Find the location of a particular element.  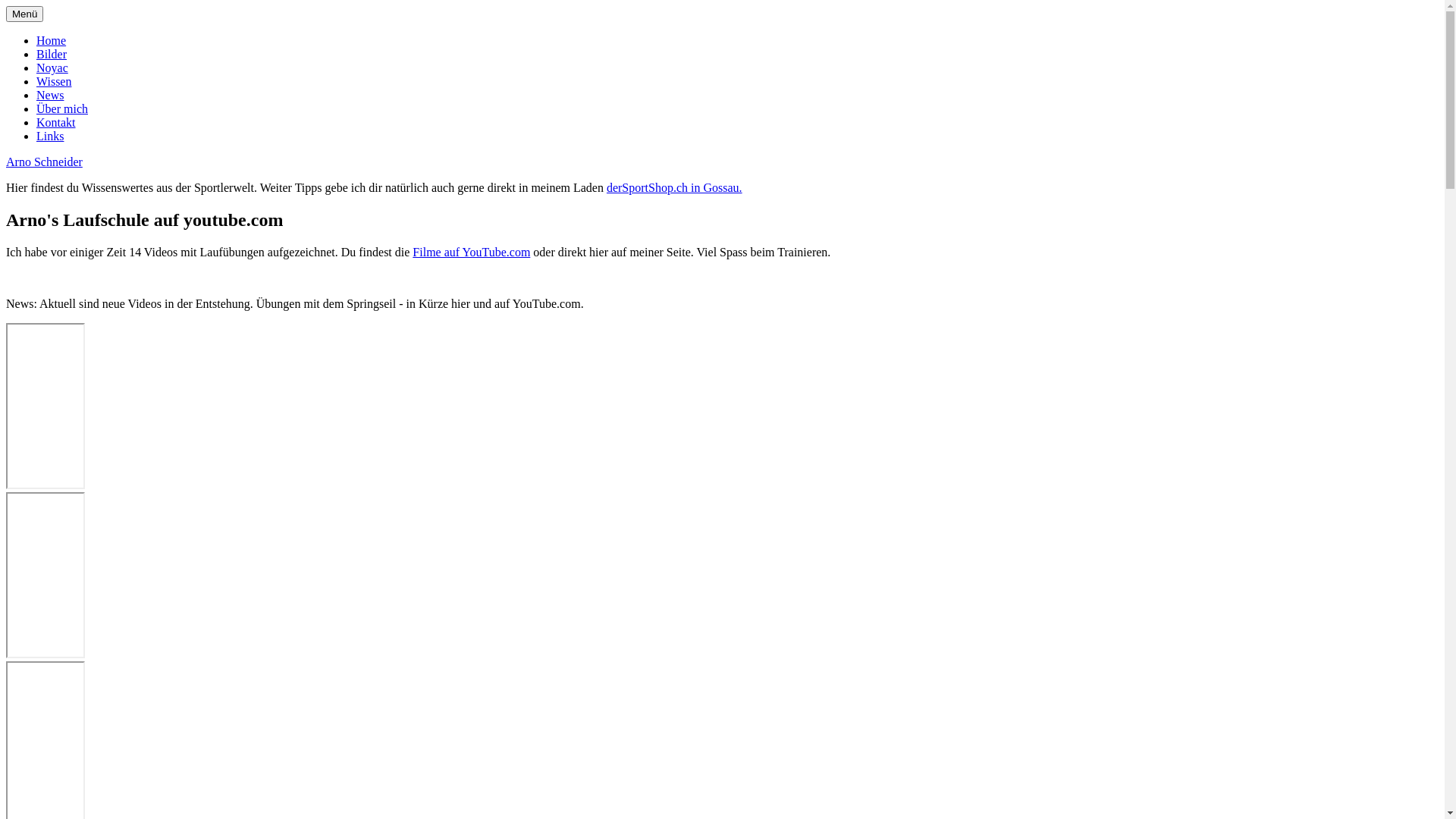

'derSportShop.ch in Gossau.' is located at coordinates (673, 187).